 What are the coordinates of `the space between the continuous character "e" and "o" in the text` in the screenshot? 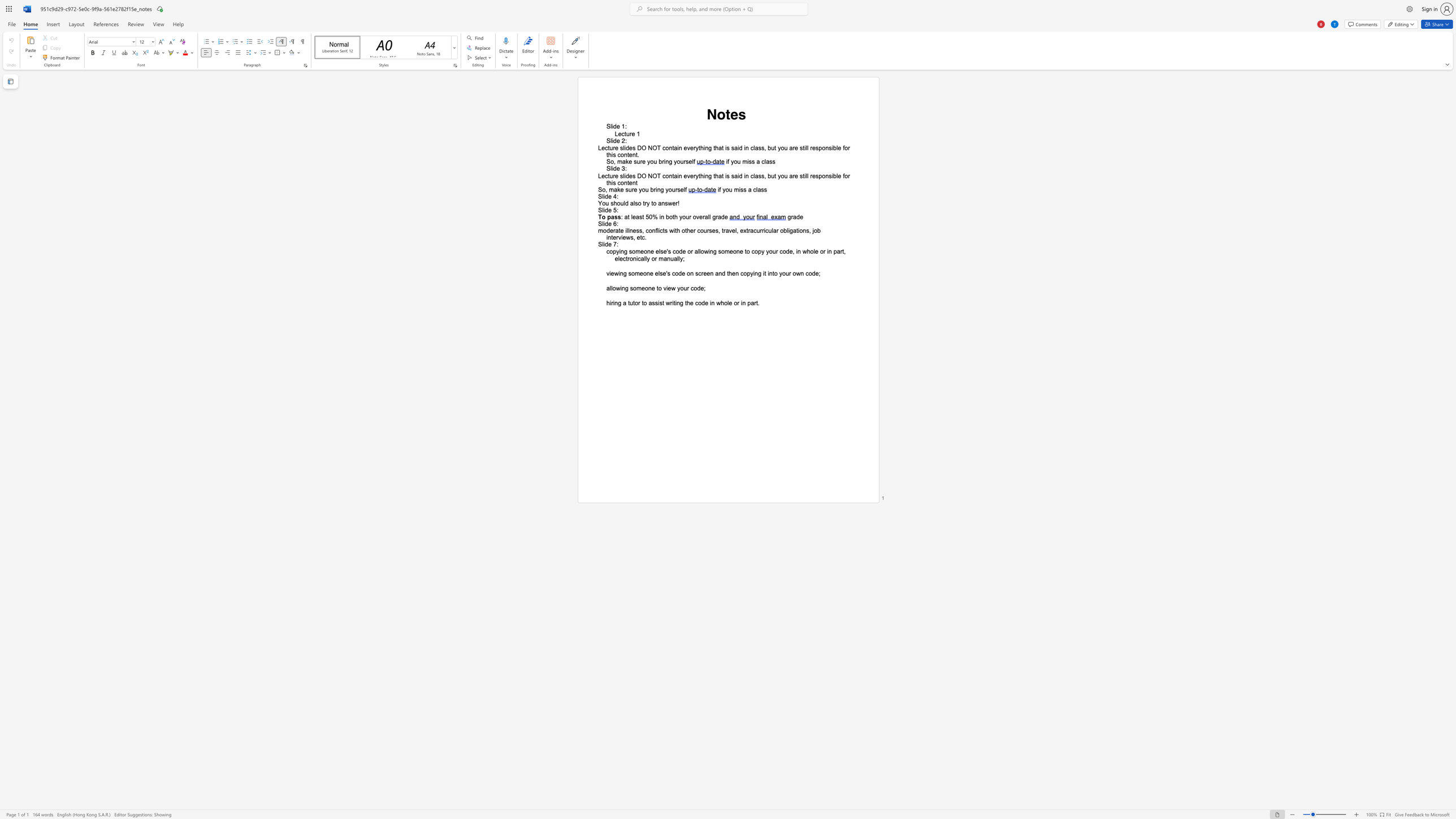 It's located at (643, 274).